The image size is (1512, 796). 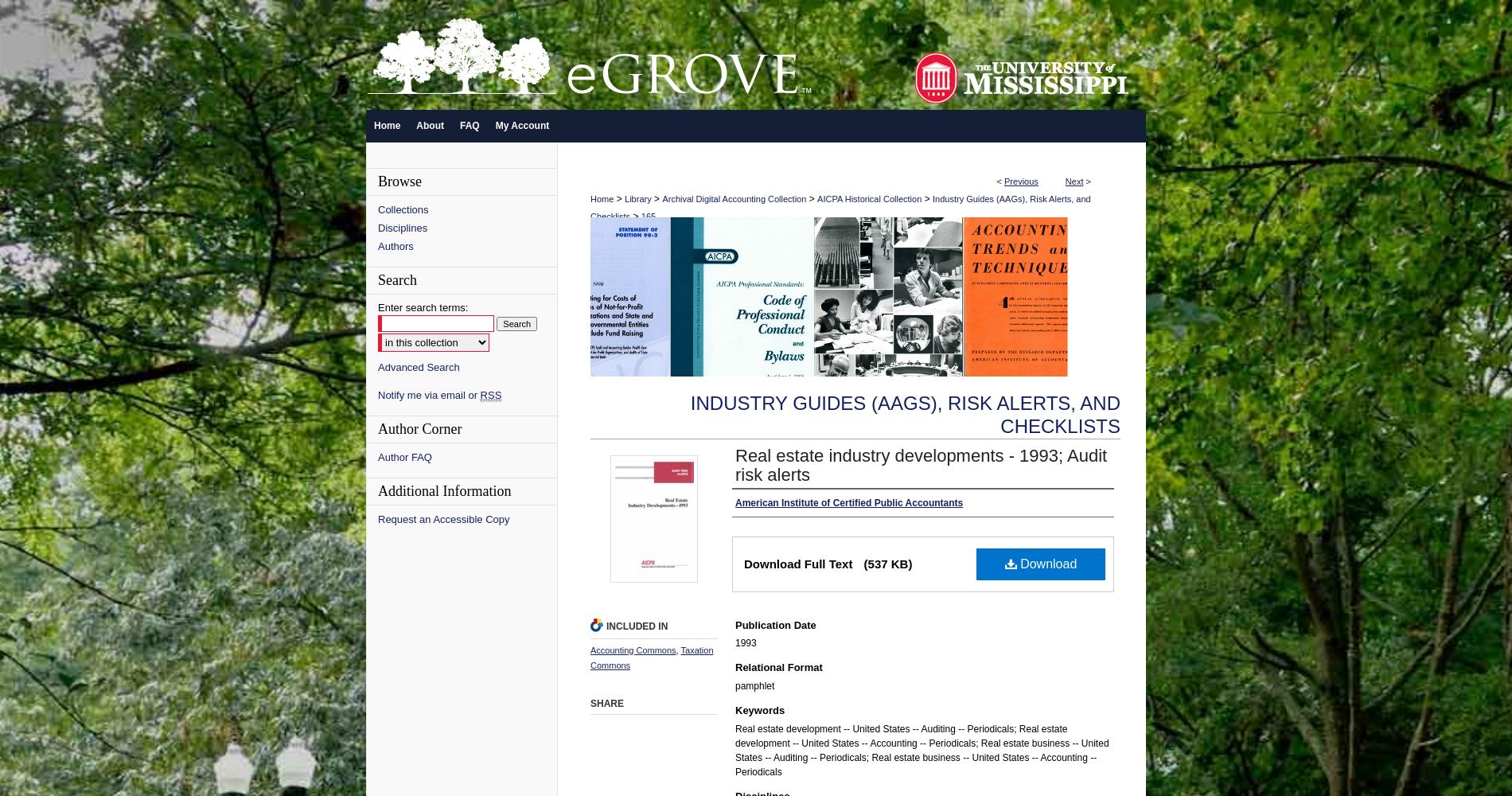 What do you see at coordinates (403, 209) in the screenshot?
I see `'Collections'` at bounding box center [403, 209].